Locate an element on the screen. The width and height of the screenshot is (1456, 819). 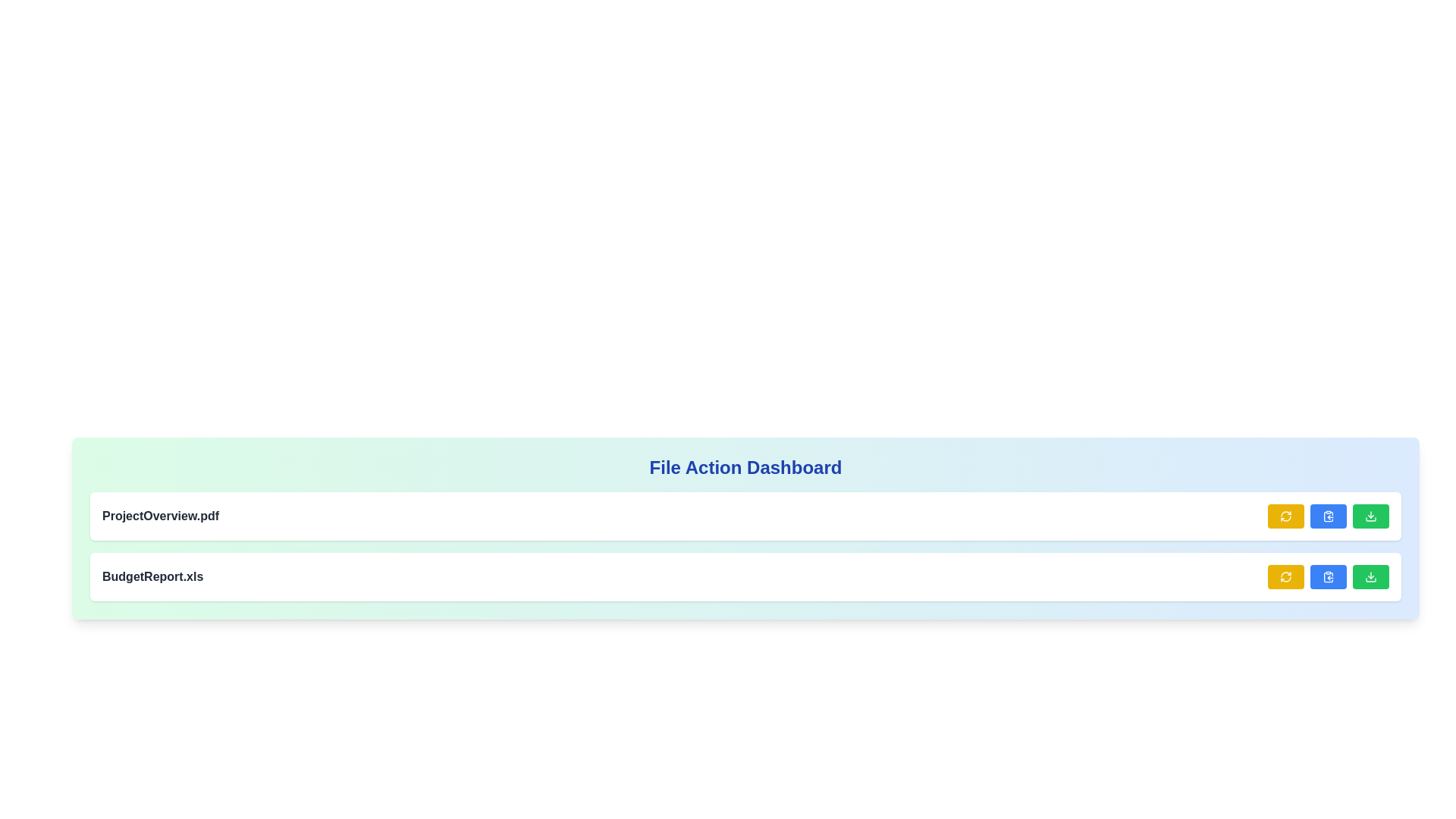
the green button with white text and a downward arrow icon on the far right of the button row to initiate a download action is located at coordinates (1371, 516).